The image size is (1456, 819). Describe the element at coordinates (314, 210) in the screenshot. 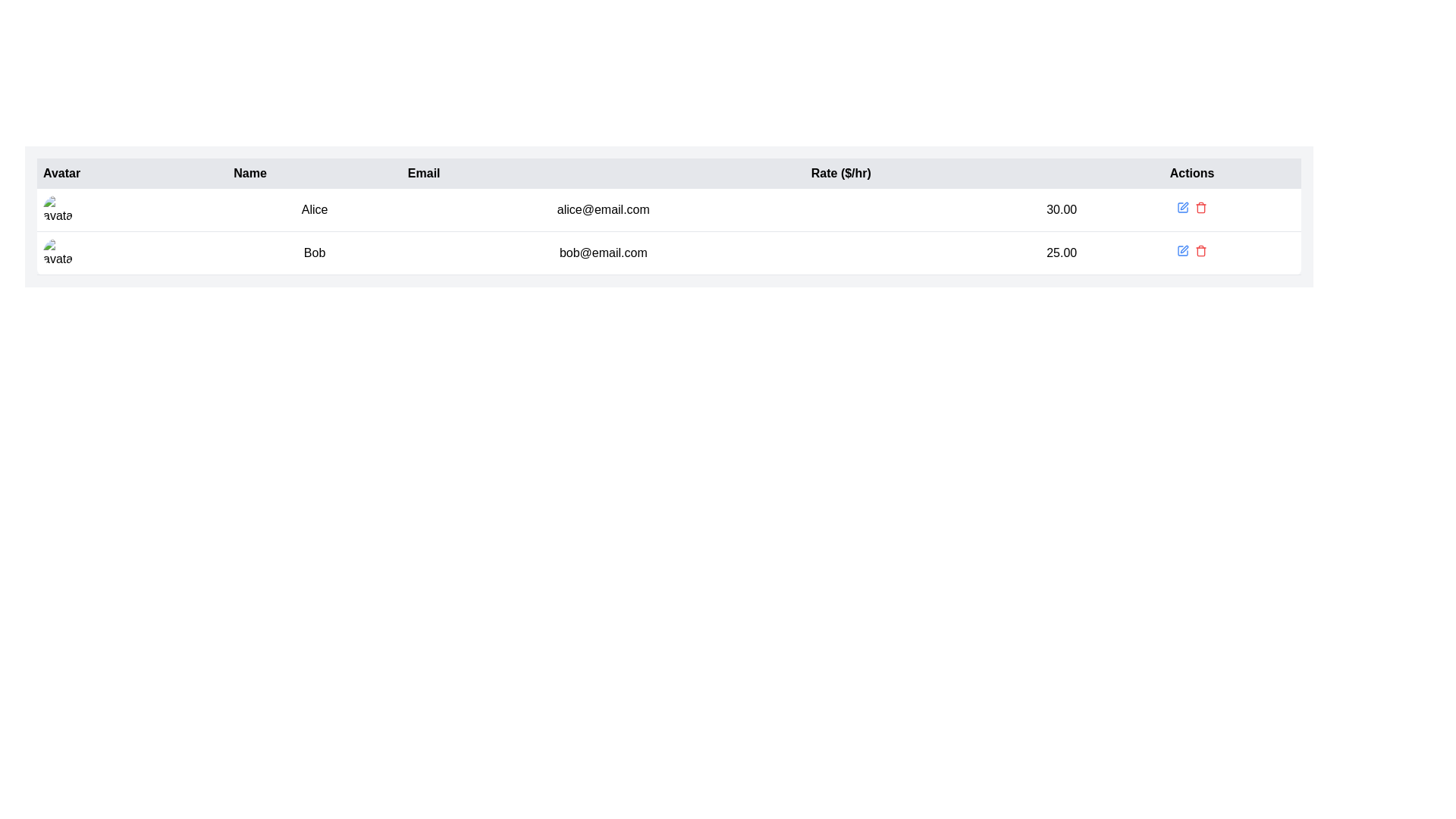

I see `text label in the second column of the first data row of the table that identifies the user as 'Alice'` at that location.